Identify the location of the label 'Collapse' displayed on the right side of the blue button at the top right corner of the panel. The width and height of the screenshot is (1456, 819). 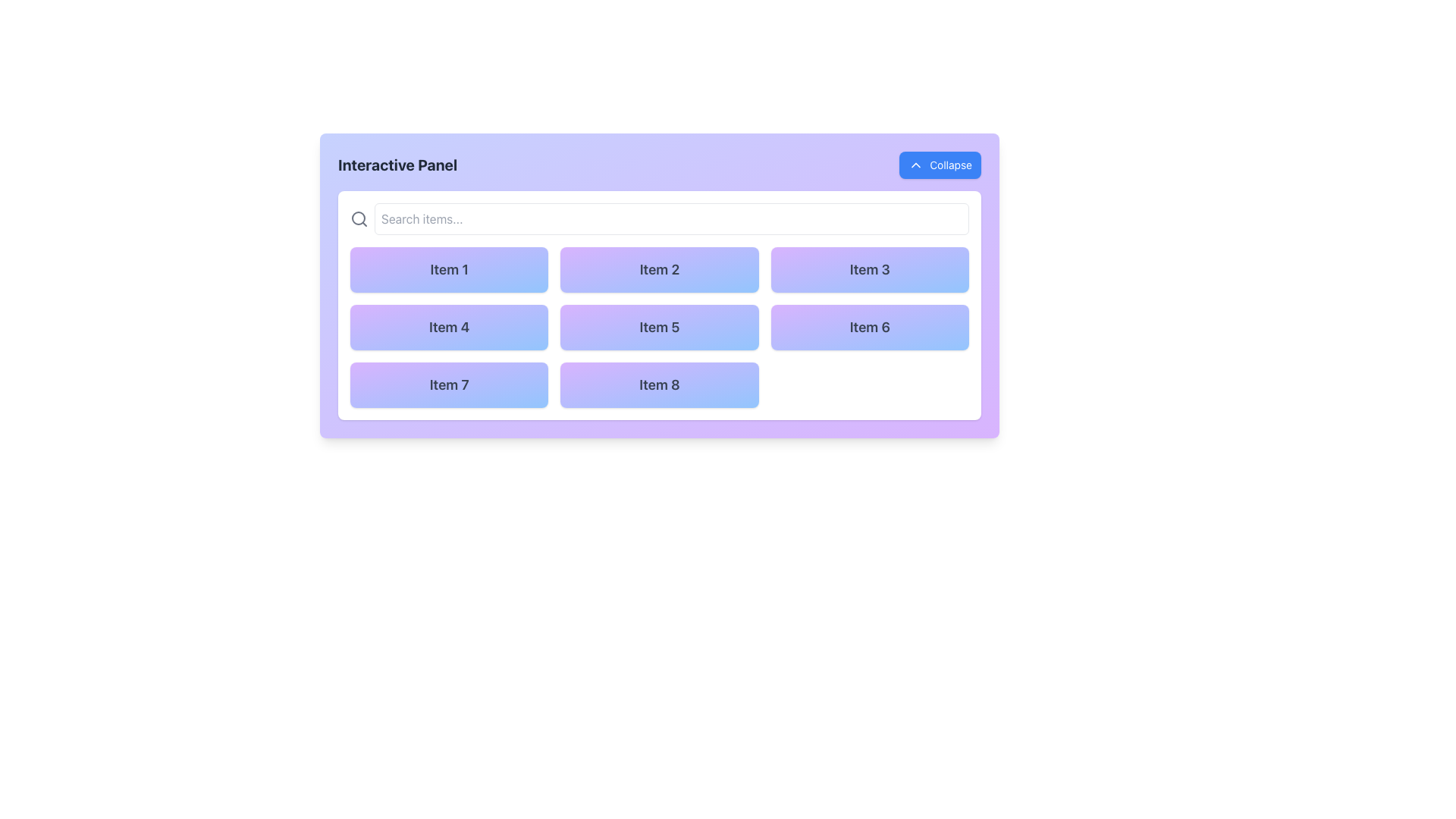
(950, 165).